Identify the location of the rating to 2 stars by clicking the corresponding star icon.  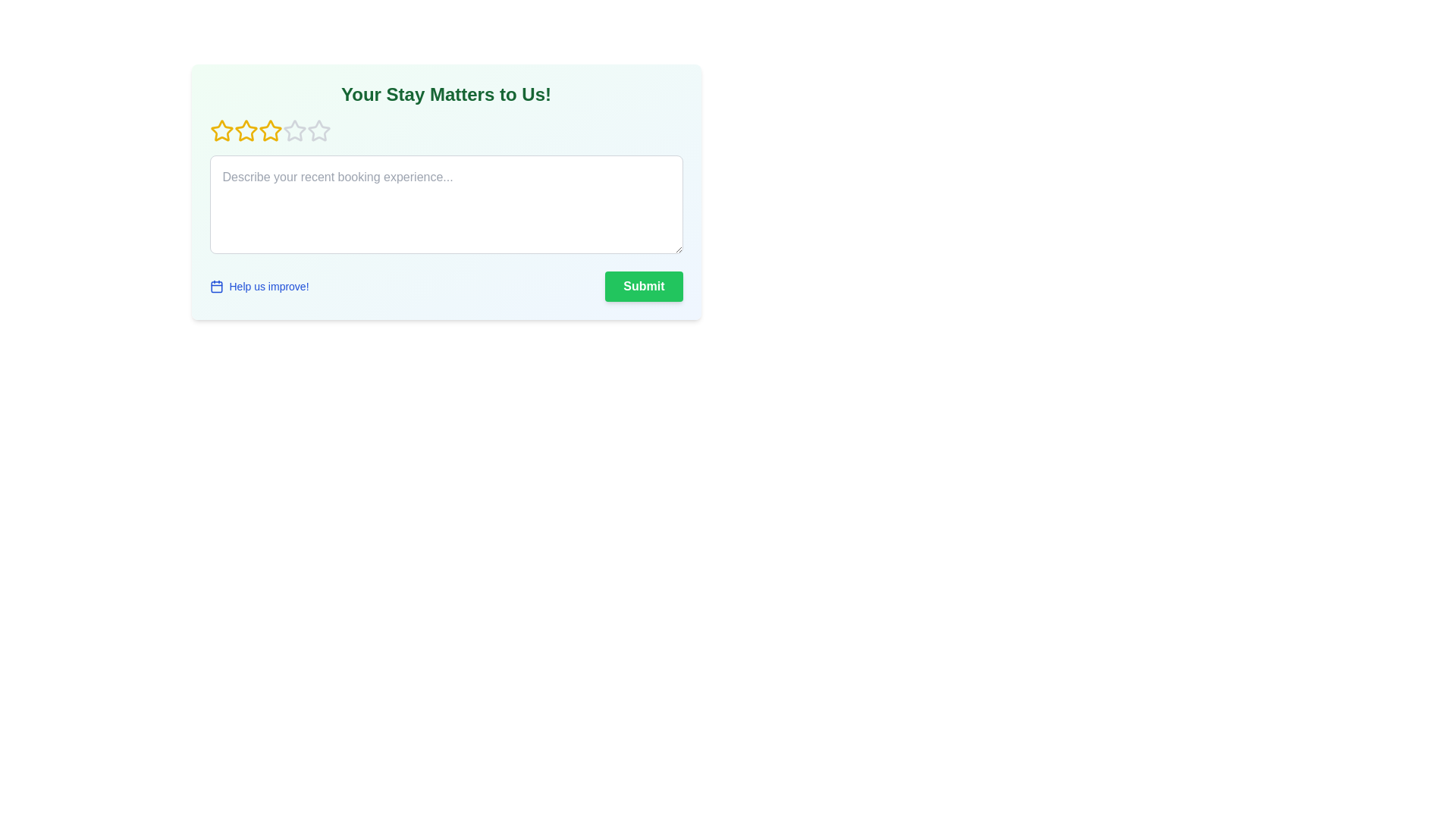
(246, 130).